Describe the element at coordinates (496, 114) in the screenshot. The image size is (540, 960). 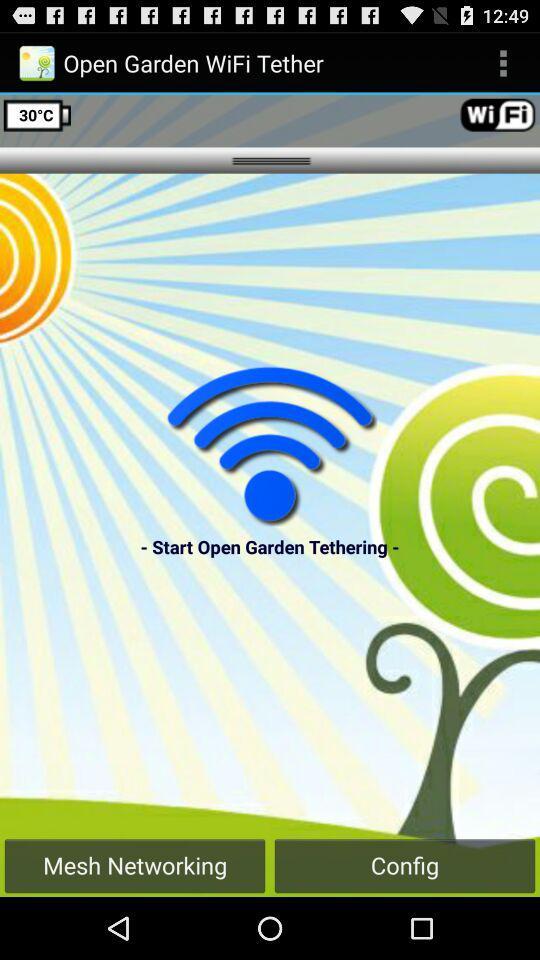
I see `the text wi fi` at that location.